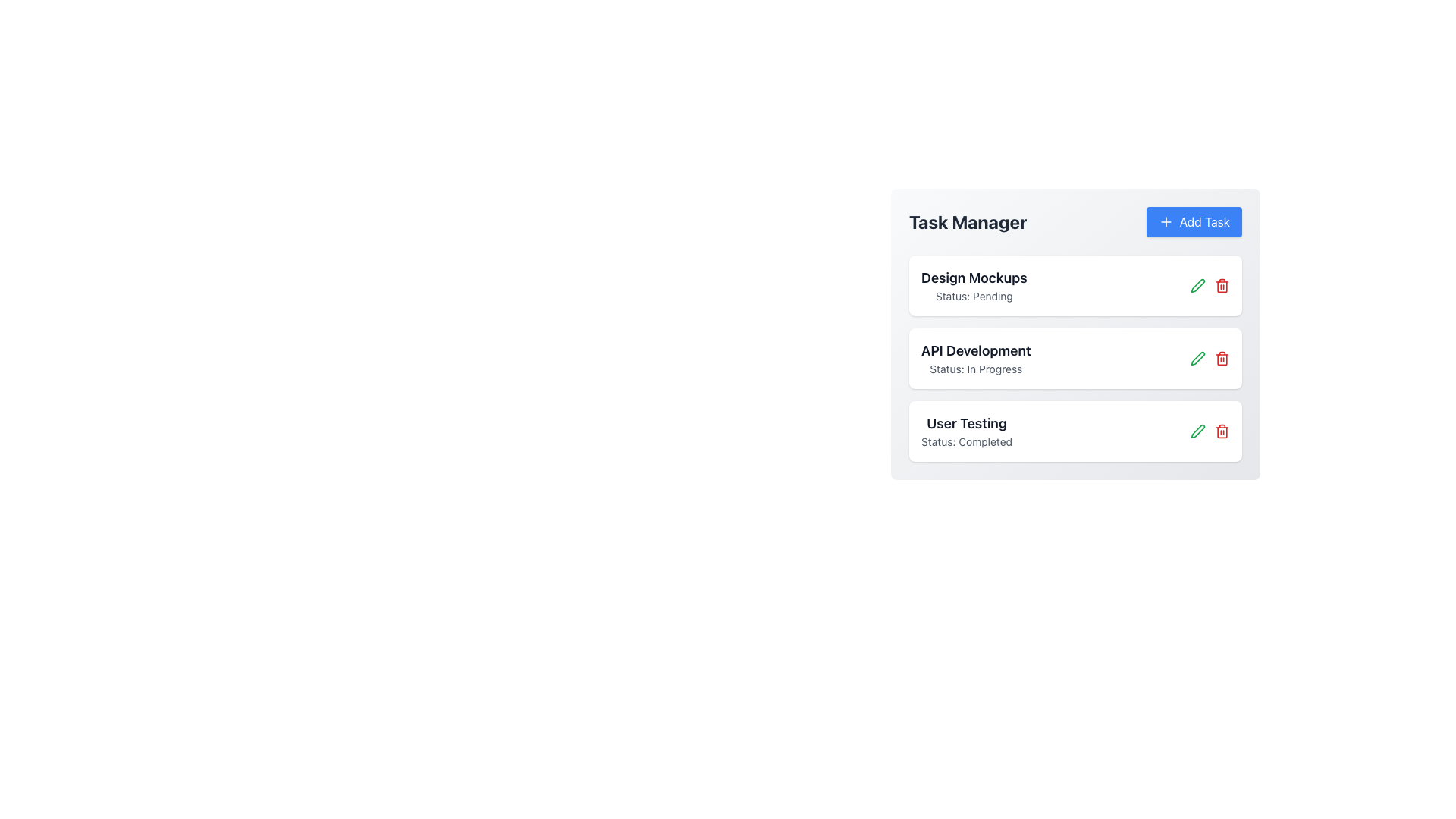 The height and width of the screenshot is (819, 1456). What do you see at coordinates (1075, 286) in the screenshot?
I see `the task card displaying 'Design Mockups' with status 'Pending', located in the Task Manager section above 'API Development' and 'User Testing'` at bounding box center [1075, 286].